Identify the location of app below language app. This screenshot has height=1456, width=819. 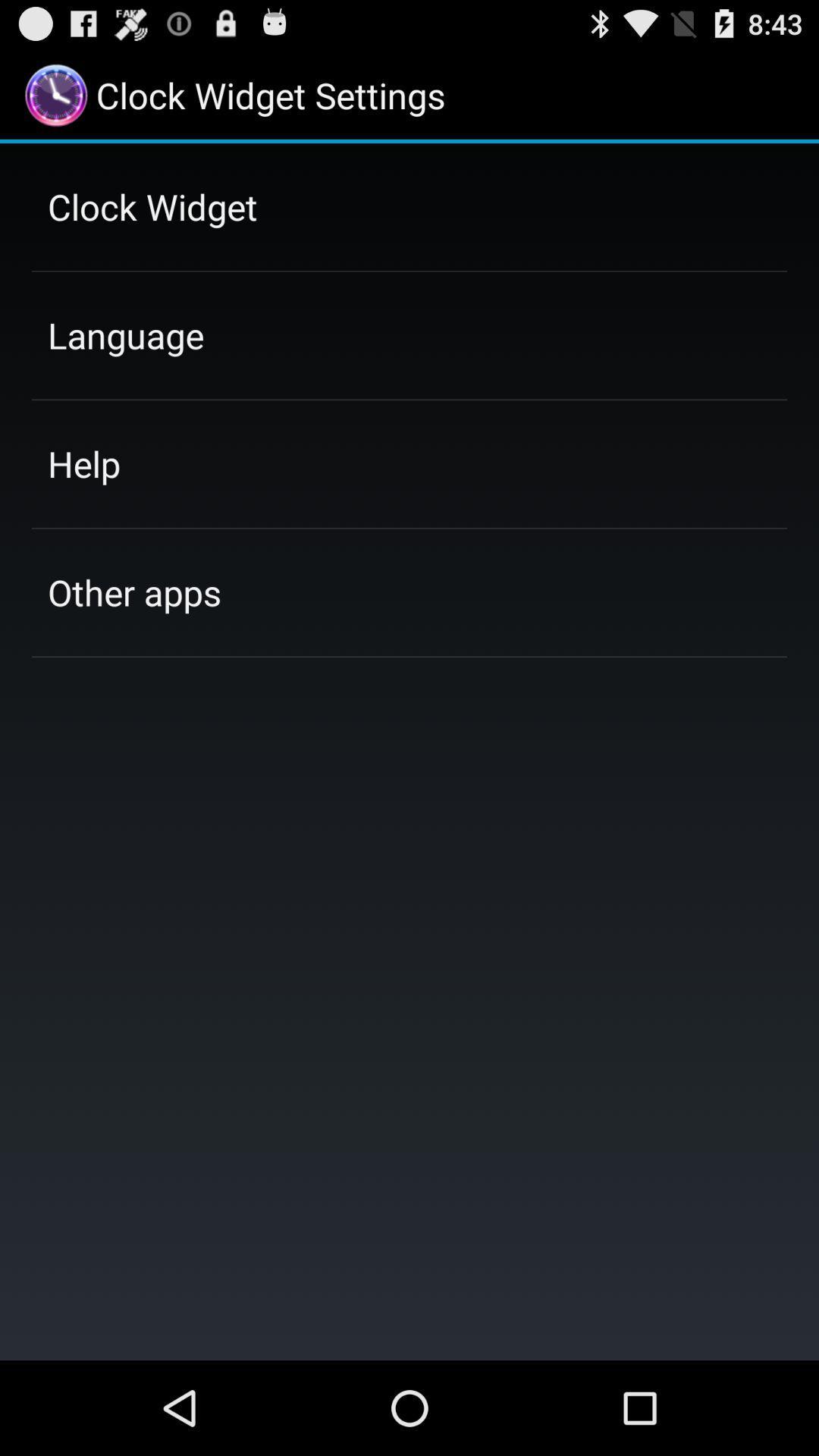
(84, 463).